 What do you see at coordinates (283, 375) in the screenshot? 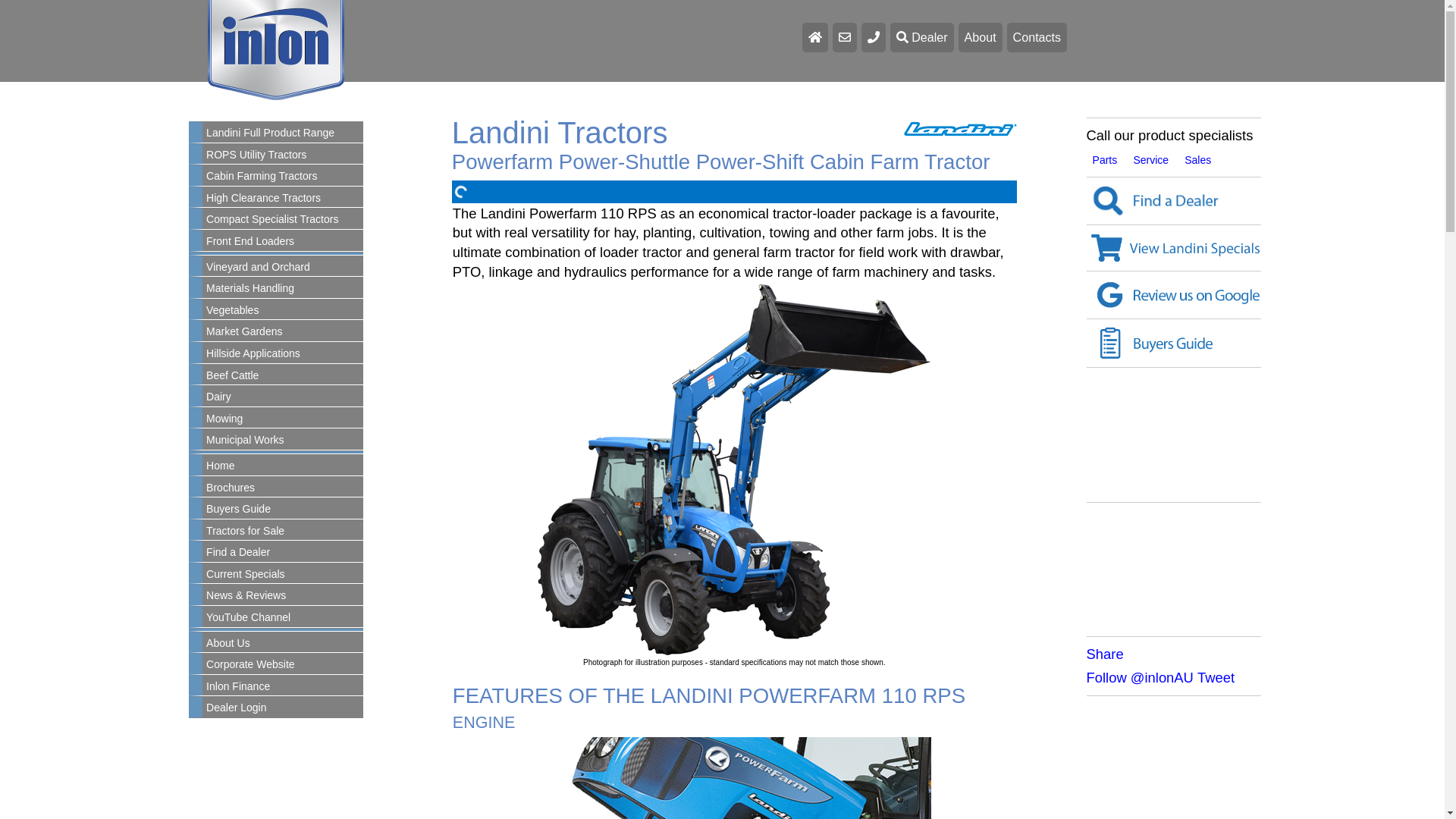
I see `'Beef Cattle'` at bounding box center [283, 375].